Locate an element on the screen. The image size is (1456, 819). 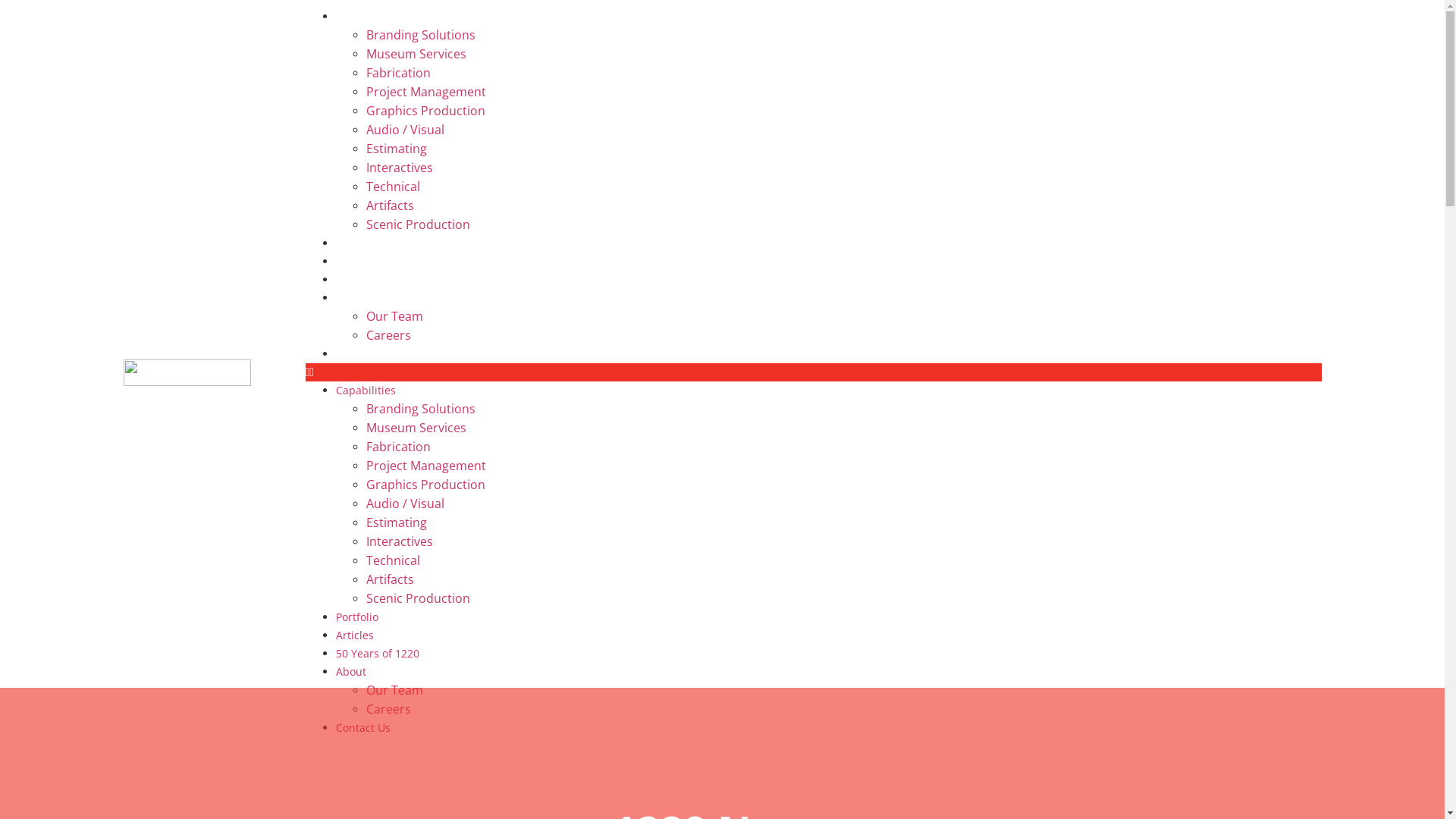
'About' is located at coordinates (349, 297).